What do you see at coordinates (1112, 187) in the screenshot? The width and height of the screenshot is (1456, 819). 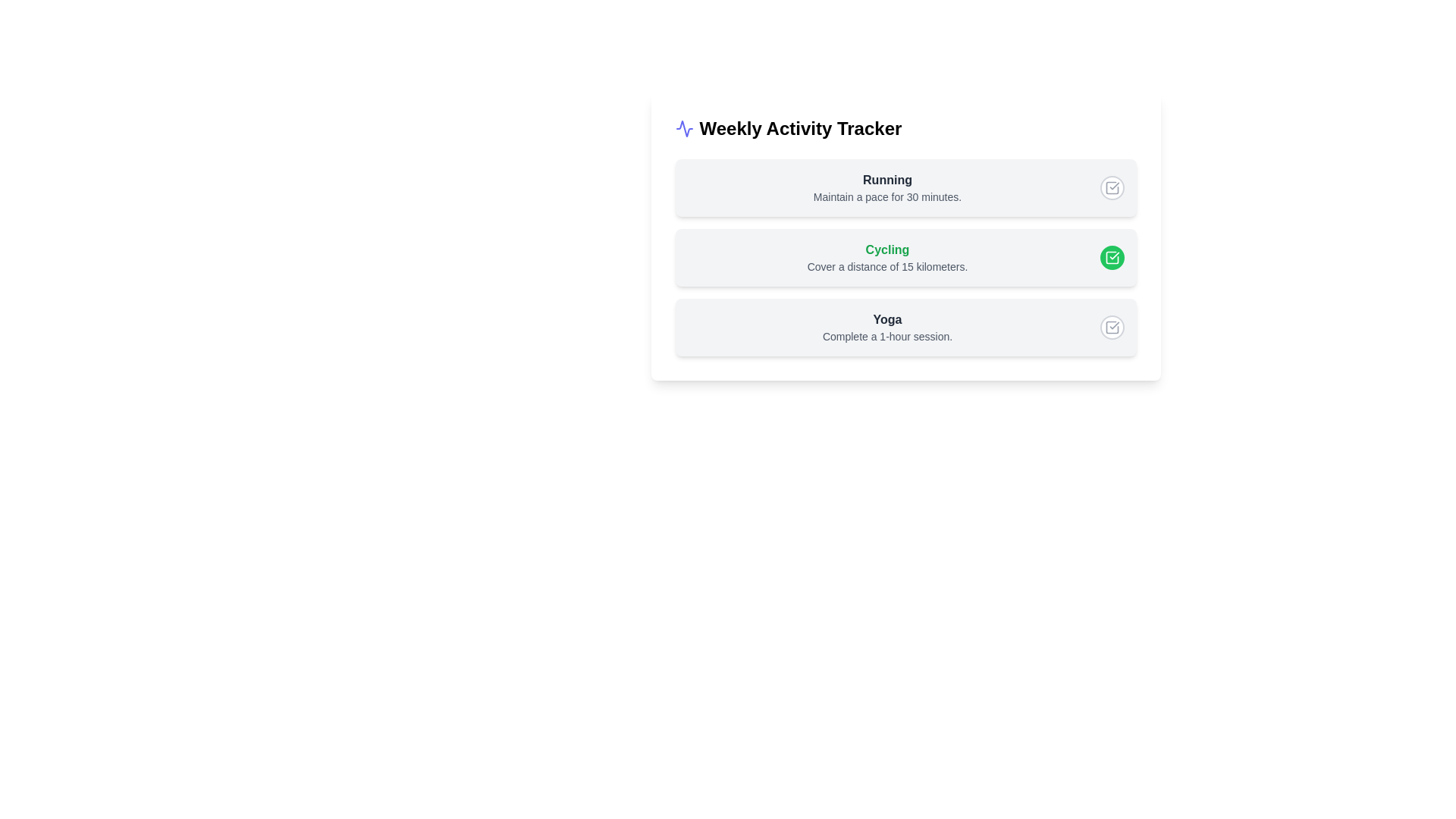 I see `the SVG graphical element that visually indicates the status of the 'Running' task, located on the far right of the icon area` at bounding box center [1112, 187].